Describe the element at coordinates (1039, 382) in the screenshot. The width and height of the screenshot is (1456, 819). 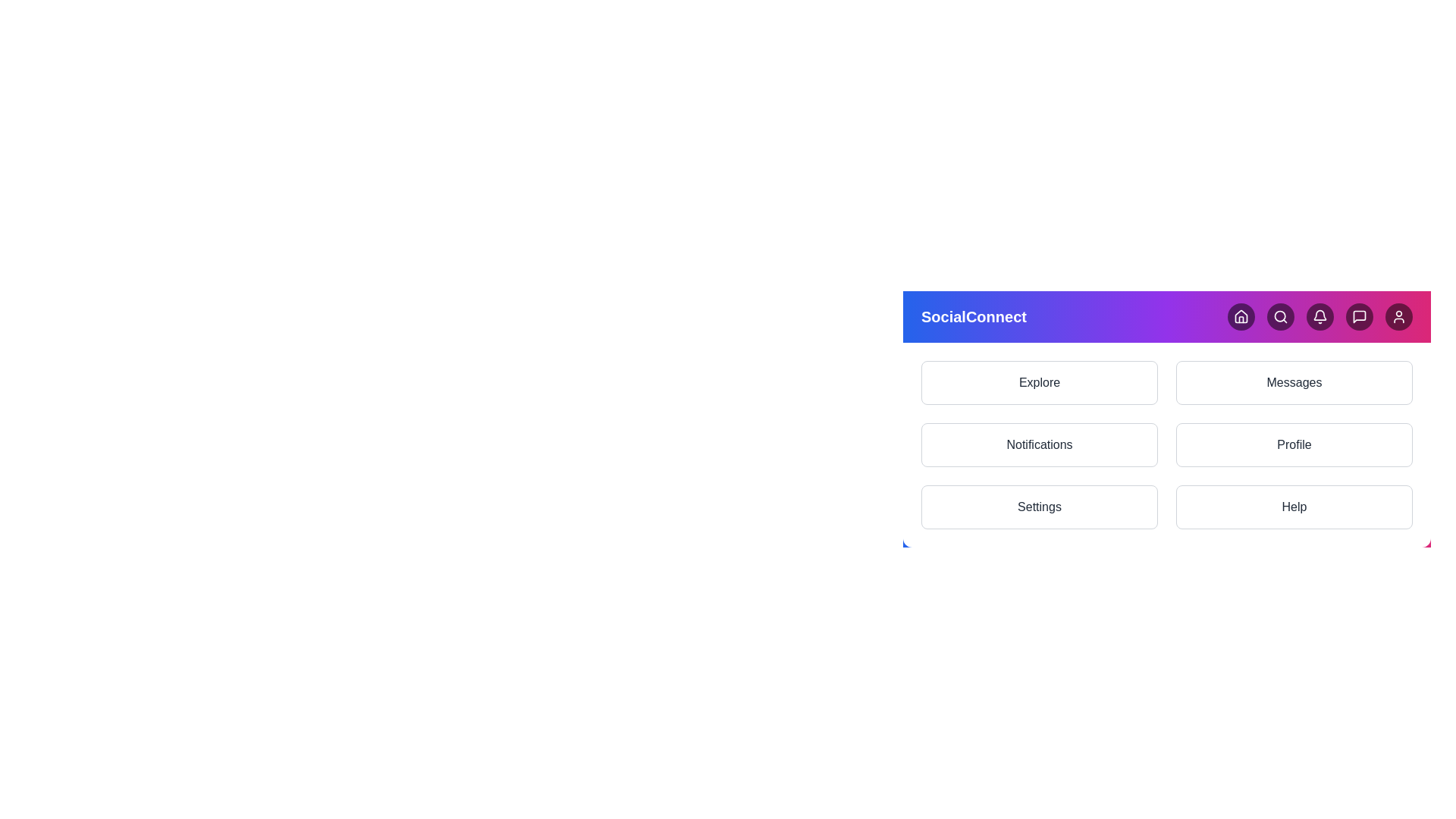
I see `the navigation option labeled Explore` at that location.